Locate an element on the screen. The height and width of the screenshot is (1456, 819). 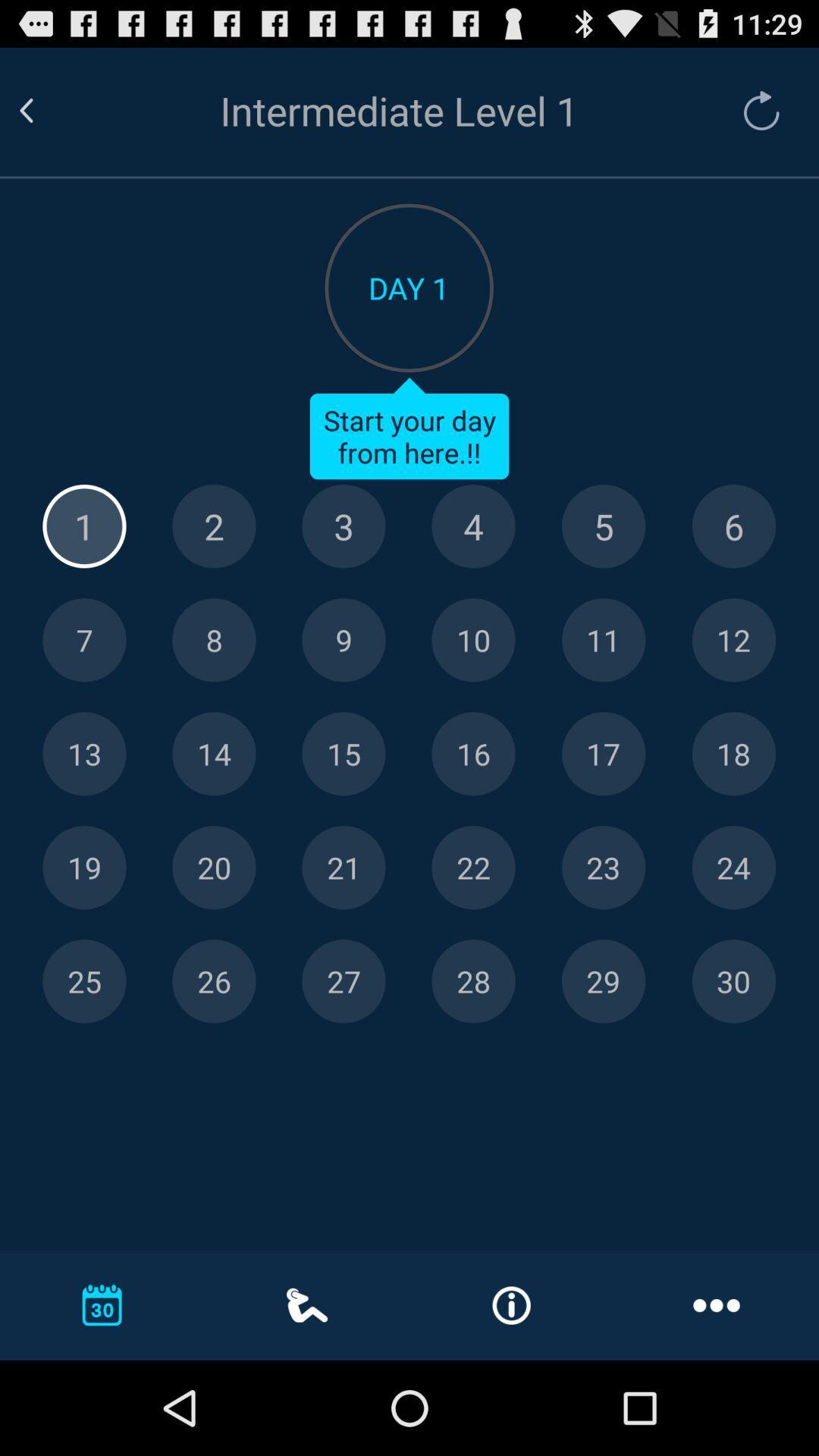
the volume icon is located at coordinates (472, 684).